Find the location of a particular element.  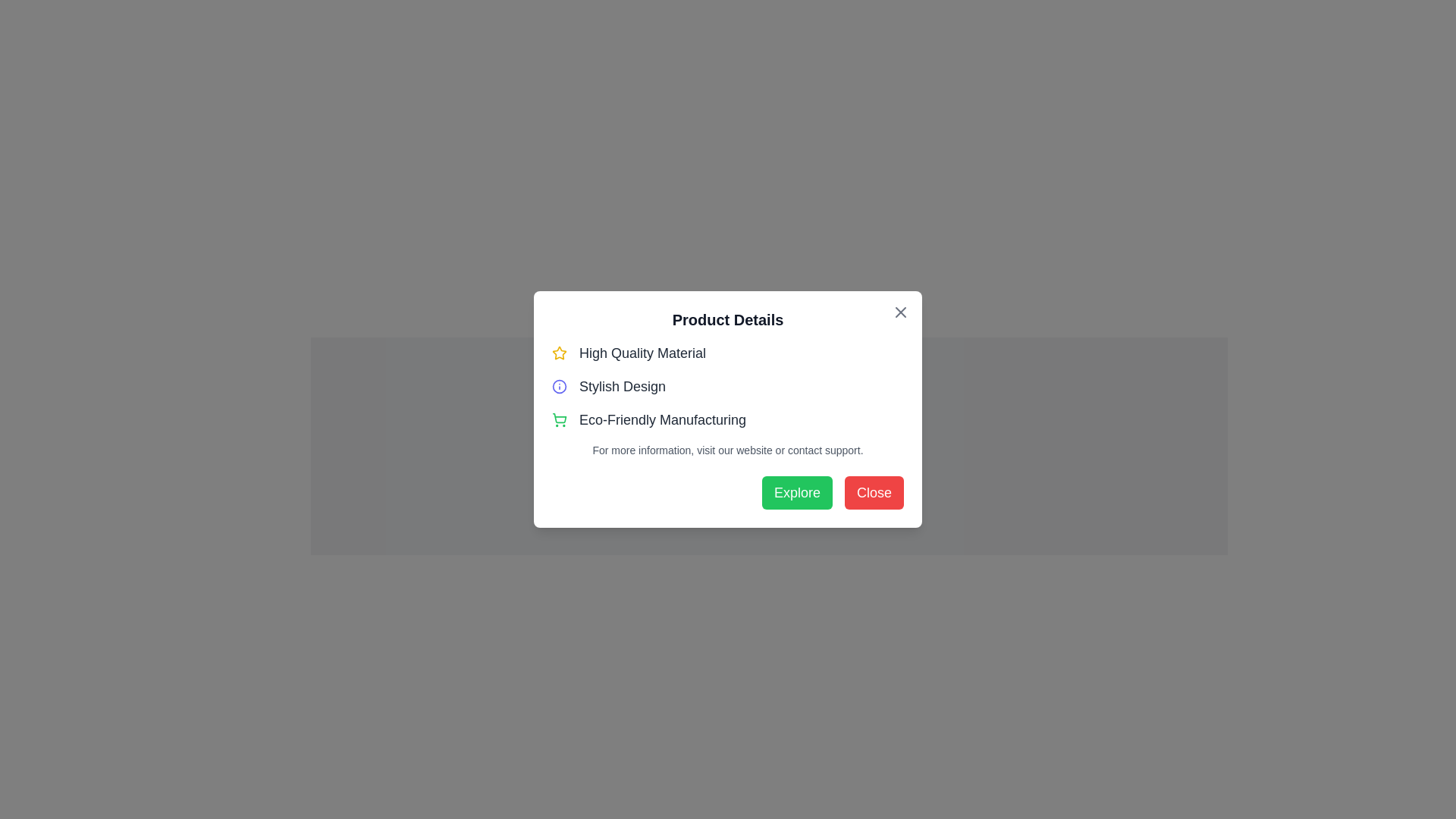

the text label that provides information about the quality of the item, located to the immediate right of a star icon inside a modal dialog under the 'Product Details' heading is located at coordinates (642, 353).